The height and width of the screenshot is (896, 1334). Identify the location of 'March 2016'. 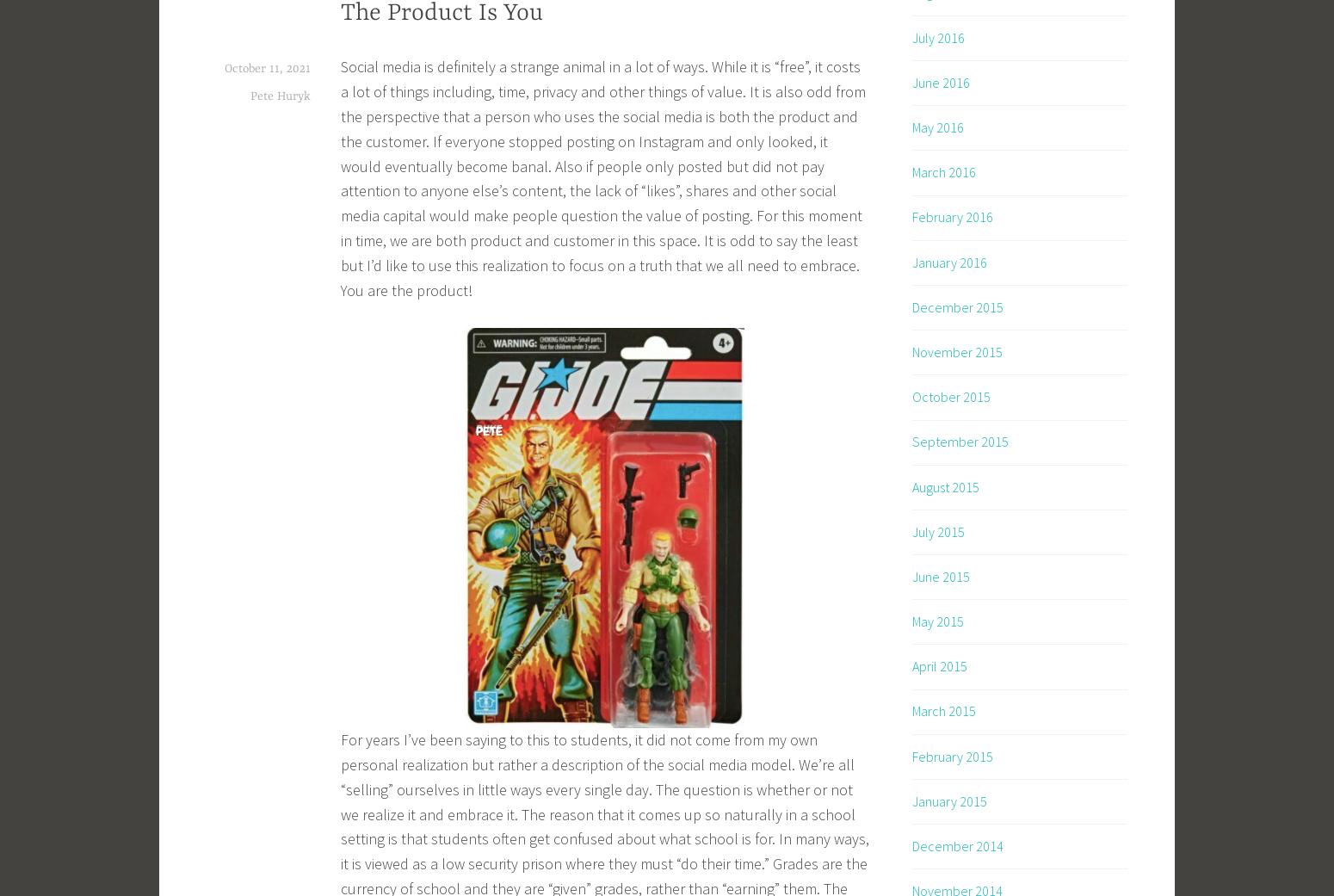
(942, 171).